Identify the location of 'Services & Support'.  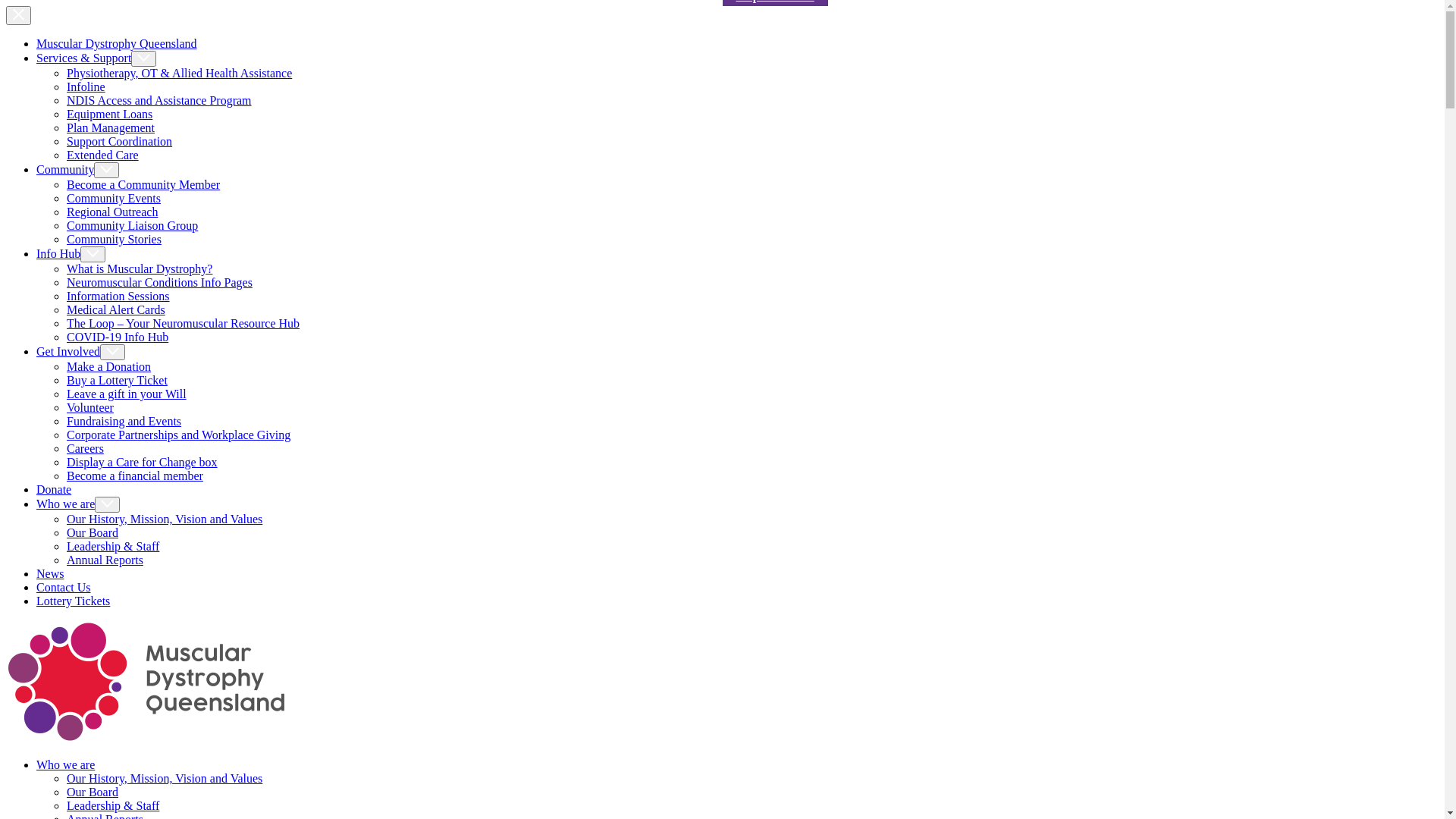
(95, 57).